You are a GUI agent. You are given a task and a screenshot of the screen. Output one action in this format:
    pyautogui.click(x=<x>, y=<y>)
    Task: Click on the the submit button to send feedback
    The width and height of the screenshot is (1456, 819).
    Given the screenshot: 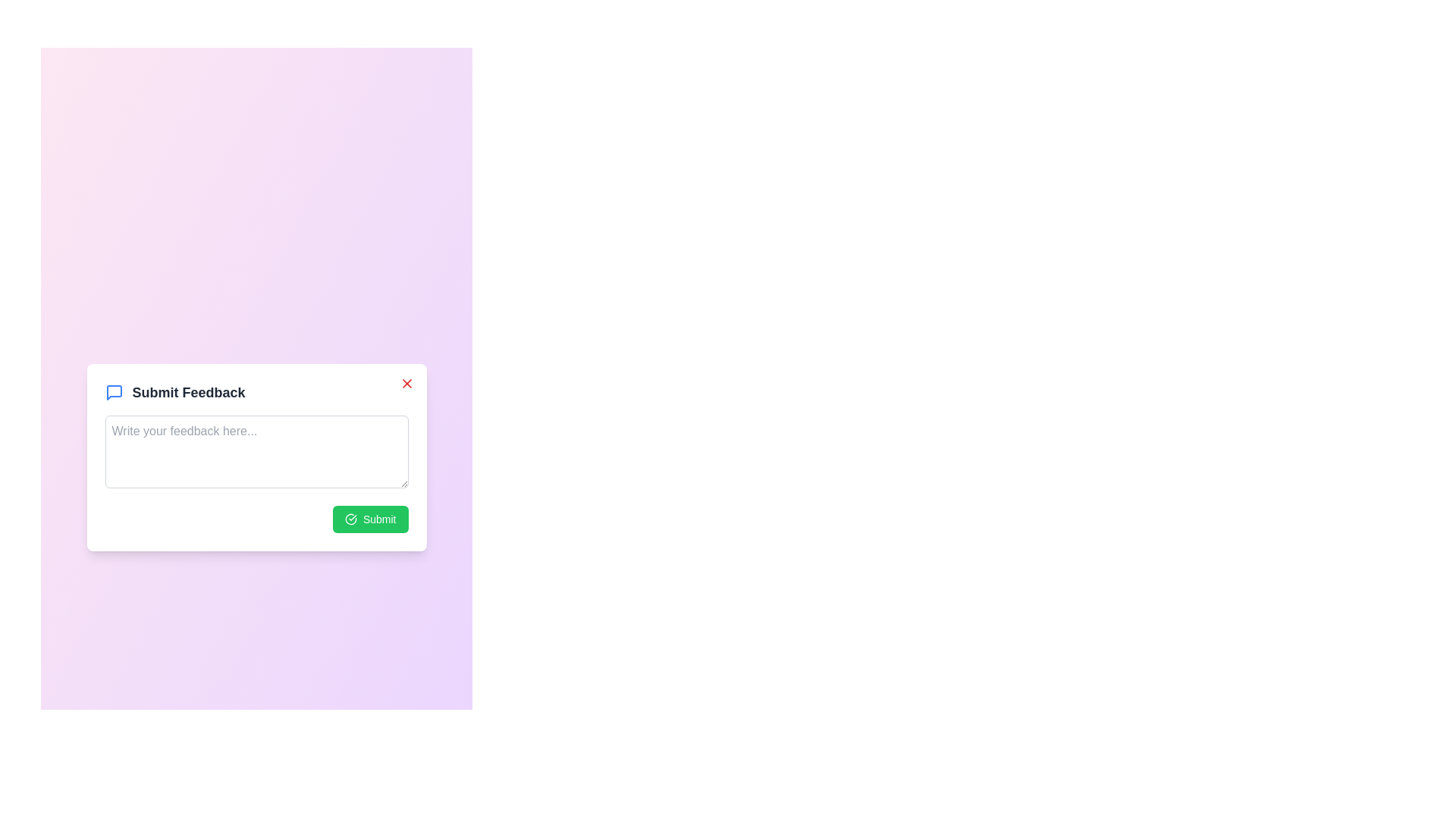 What is the action you would take?
    pyautogui.click(x=370, y=518)
    